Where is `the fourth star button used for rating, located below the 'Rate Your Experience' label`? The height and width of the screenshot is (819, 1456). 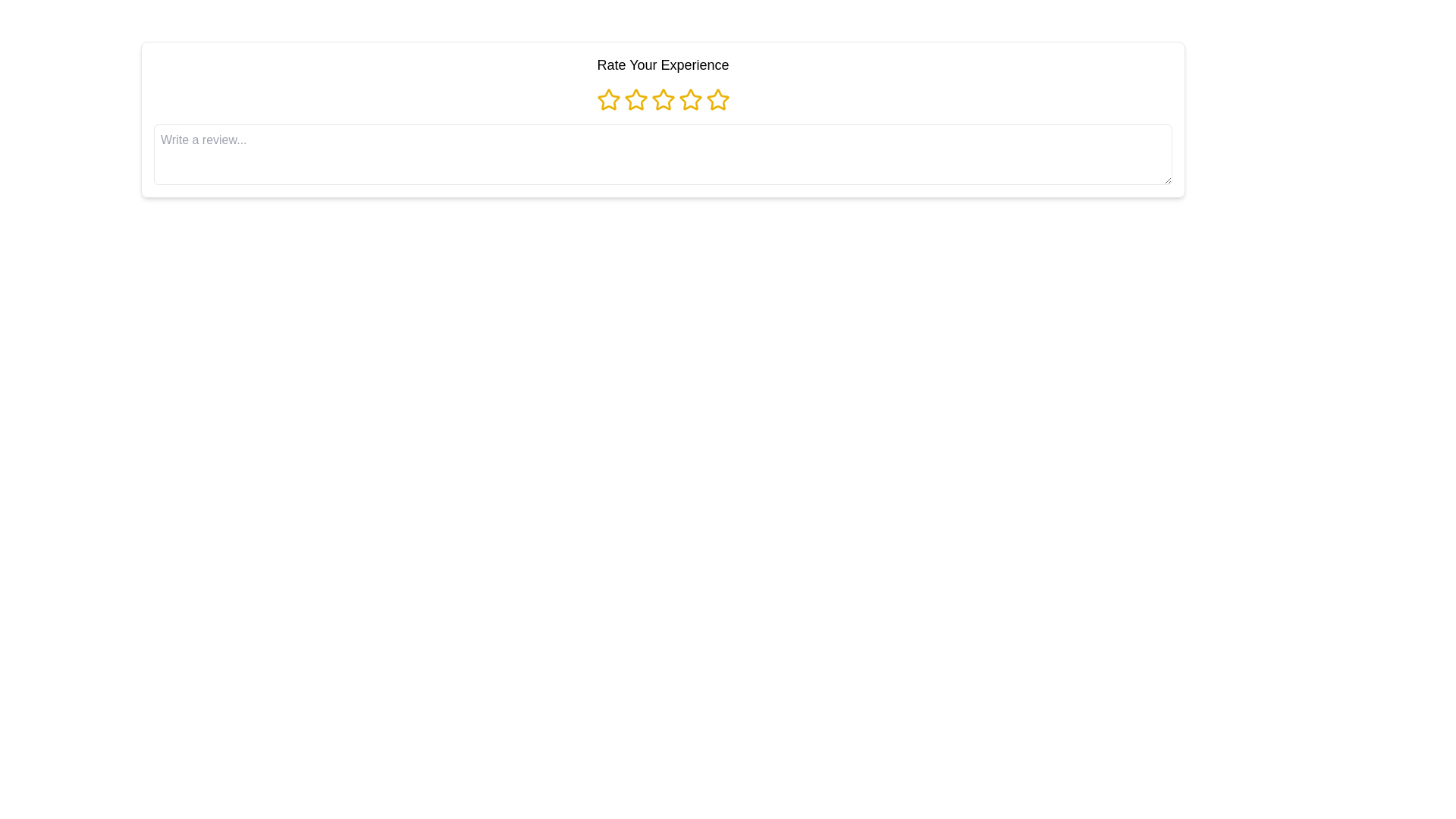
the fourth star button used for rating, located below the 'Rate Your Experience' label is located at coordinates (689, 99).